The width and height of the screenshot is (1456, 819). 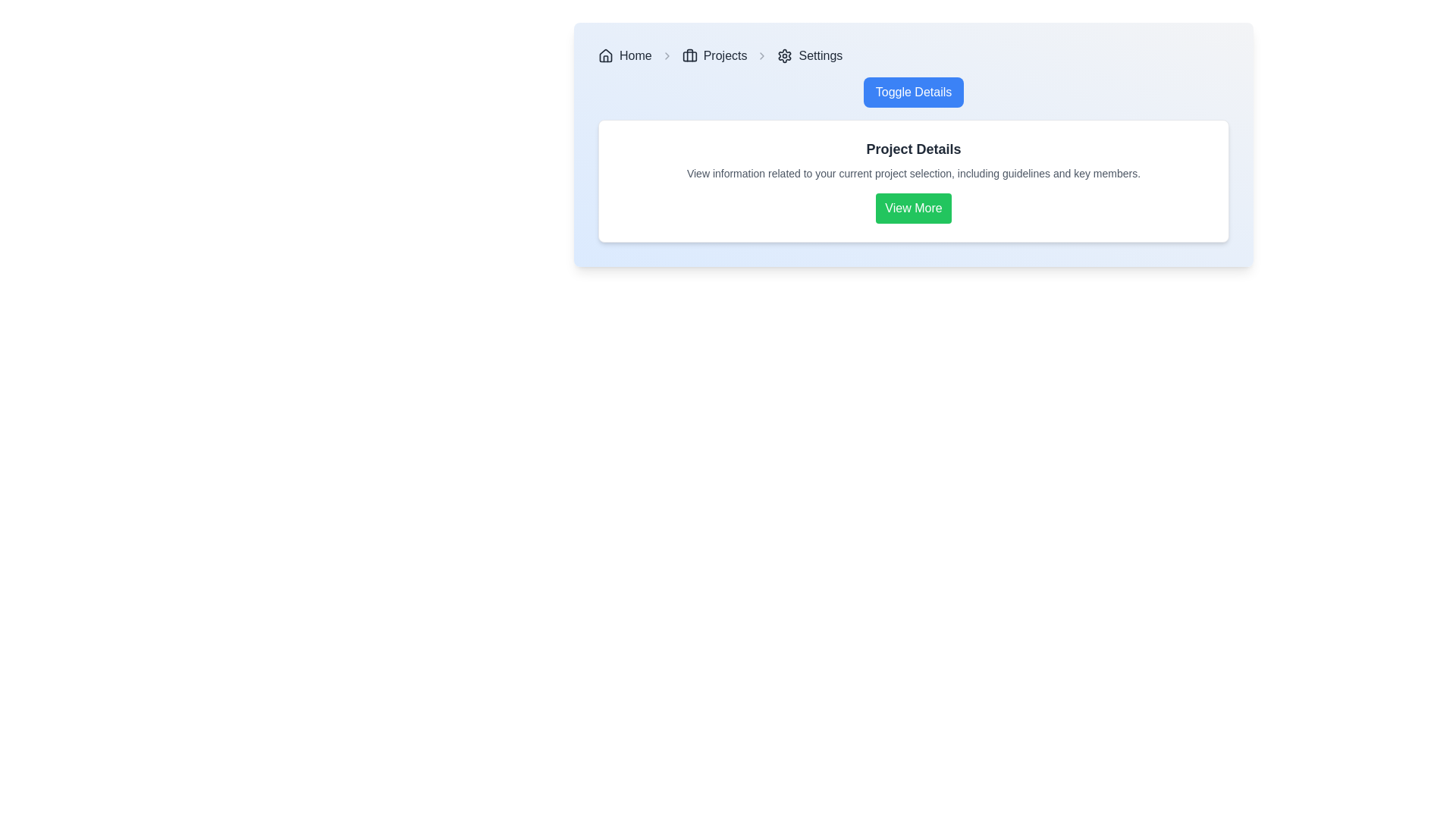 I want to click on the right-pointing chevron icon, which serves as a navigational indicator between 'Projects' and 'Settings' in the breadcrumb navigation bar, so click(x=762, y=55).